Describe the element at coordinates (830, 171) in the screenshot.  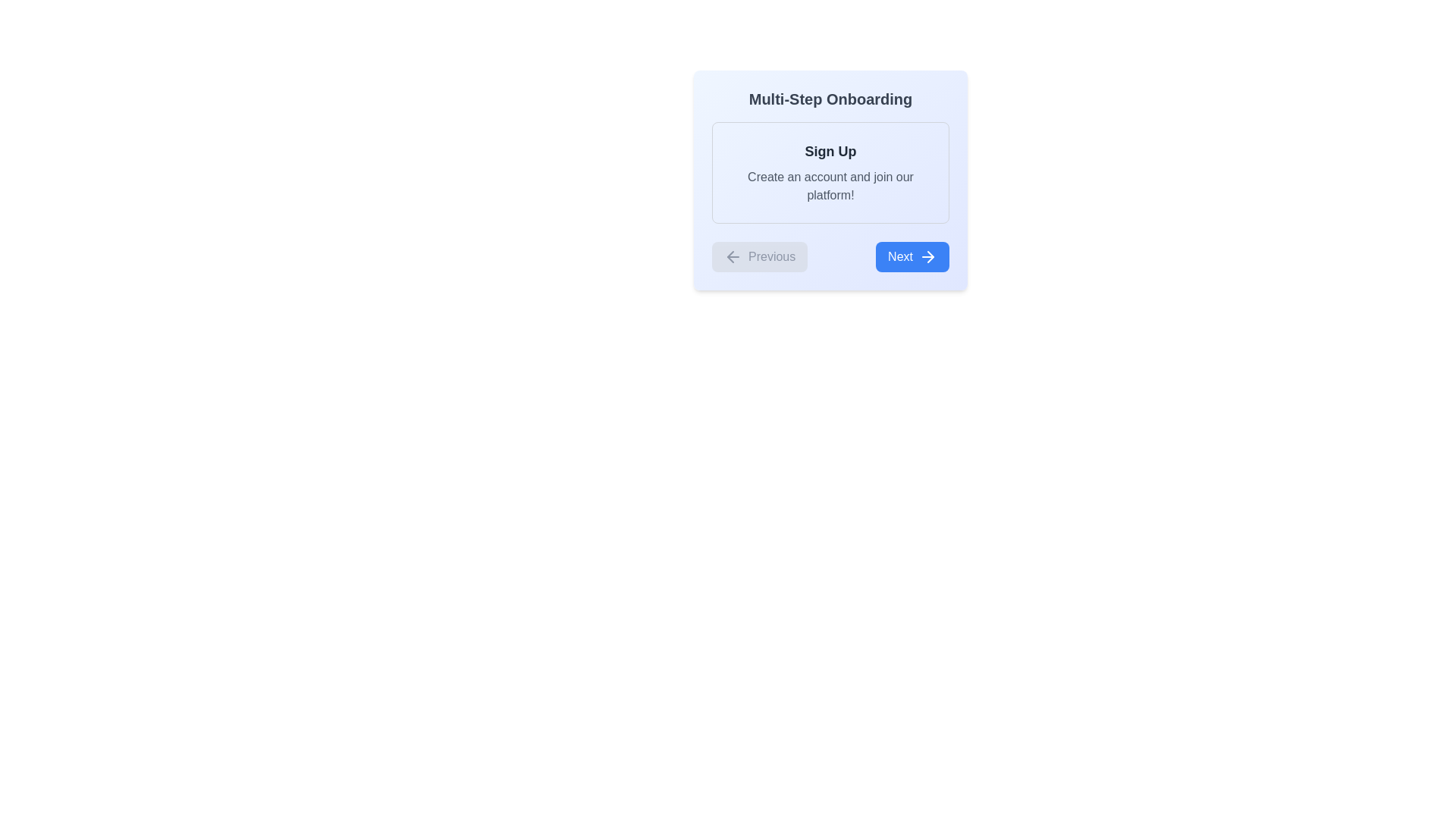
I see `the introductory text block that provides information about creating an account in the multi-step onboarding process` at that location.